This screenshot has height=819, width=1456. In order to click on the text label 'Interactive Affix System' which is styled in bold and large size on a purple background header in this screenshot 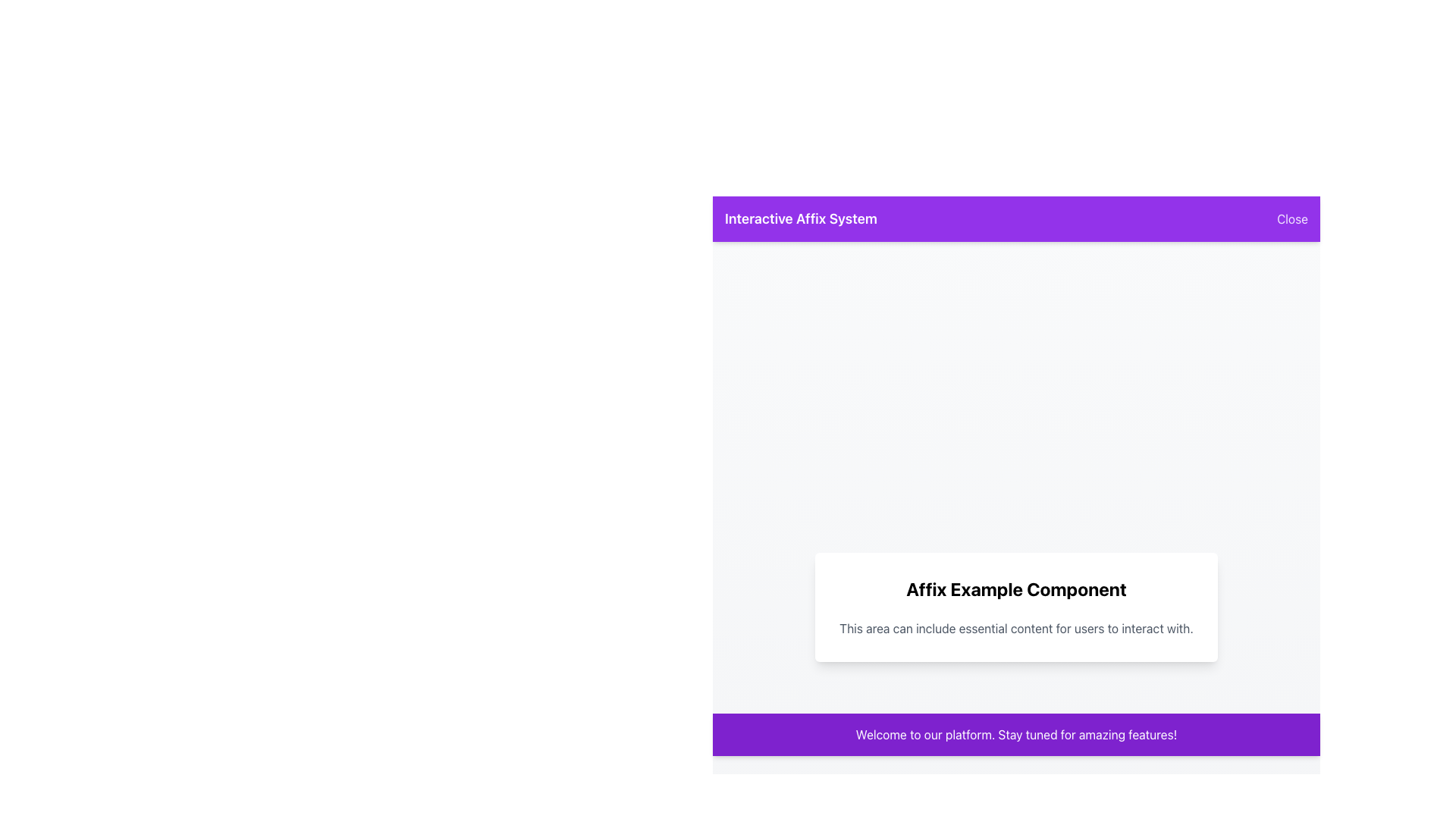, I will do `click(800, 219)`.